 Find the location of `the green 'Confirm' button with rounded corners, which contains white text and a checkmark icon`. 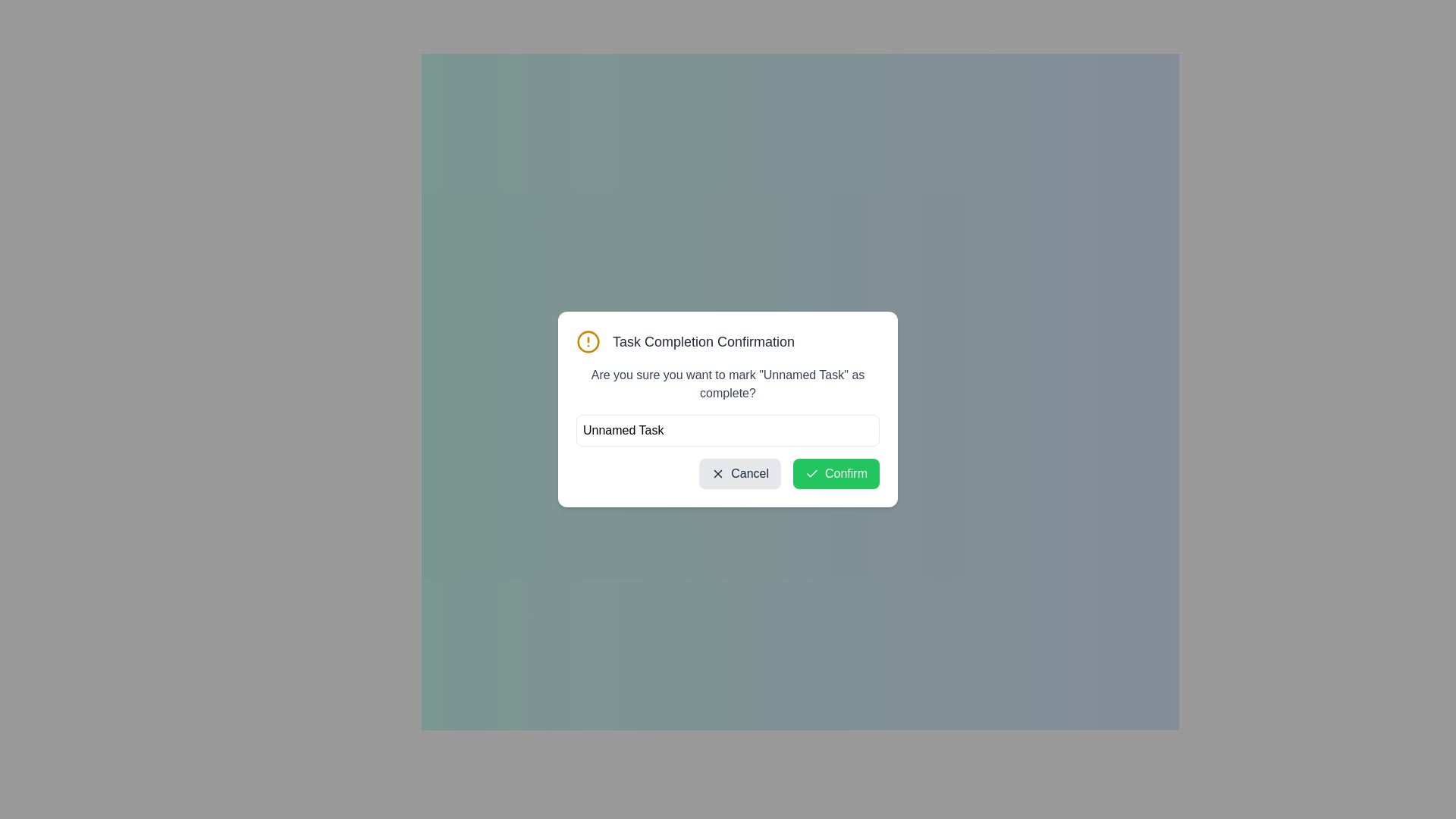

the green 'Confirm' button with rounded corners, which contains white text and a checkmark icon is located at coordinates (836, 472).